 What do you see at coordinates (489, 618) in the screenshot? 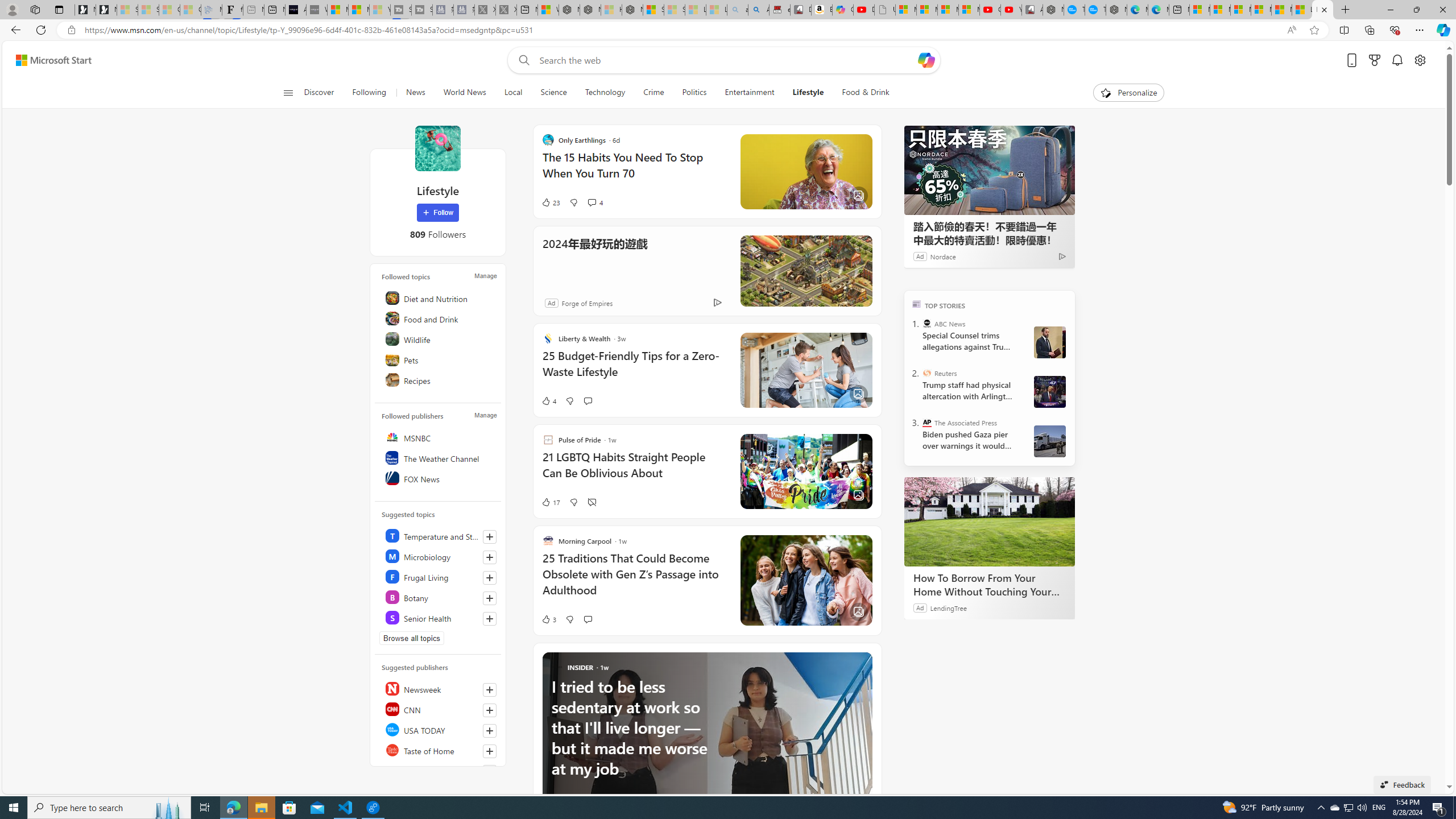
I see `'Follow this topic'` at bounding box center [489, 618].